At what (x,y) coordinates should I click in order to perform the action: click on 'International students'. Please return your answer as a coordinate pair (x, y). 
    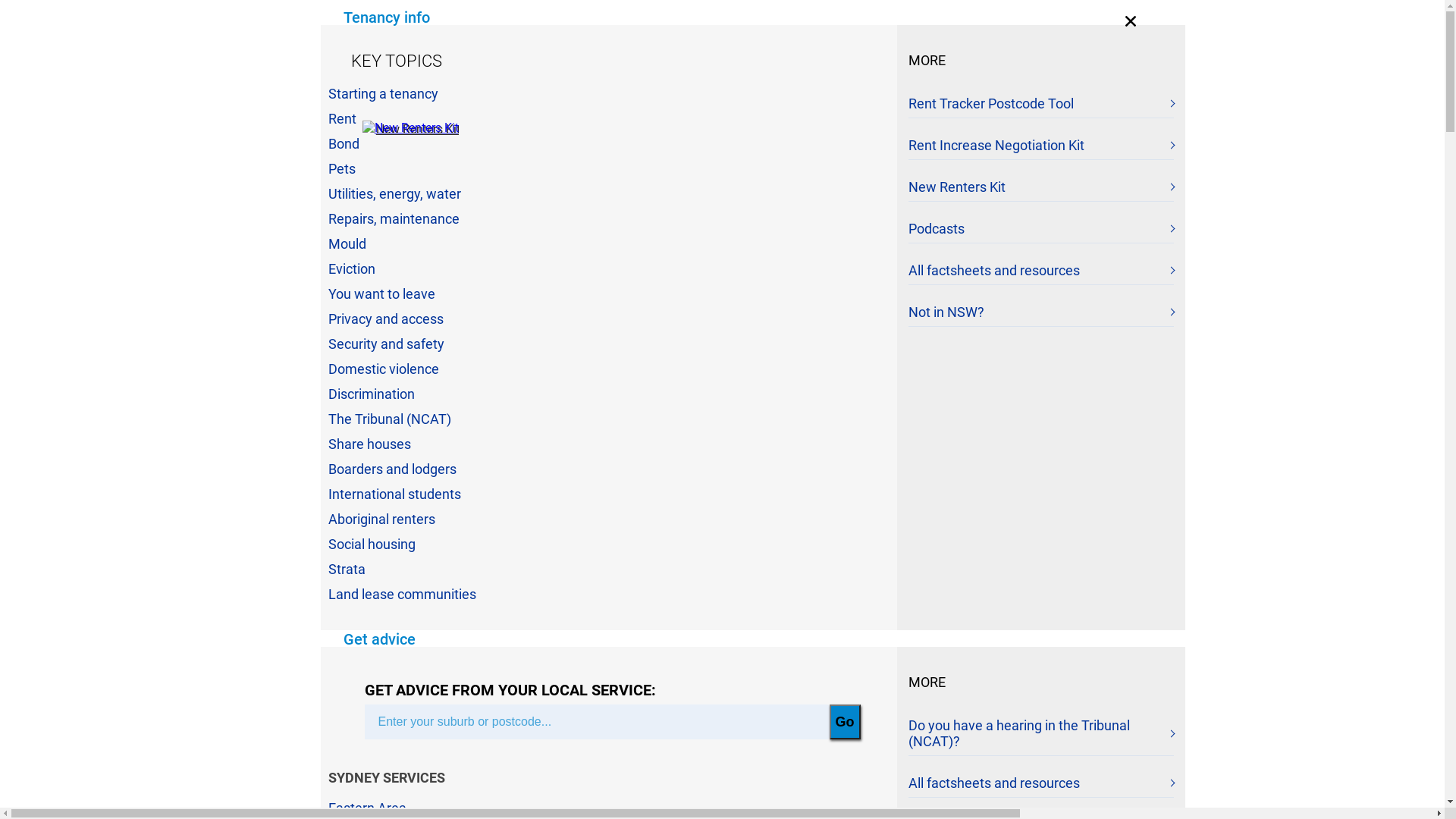
    Looking at the image, I should click on (327, 494).